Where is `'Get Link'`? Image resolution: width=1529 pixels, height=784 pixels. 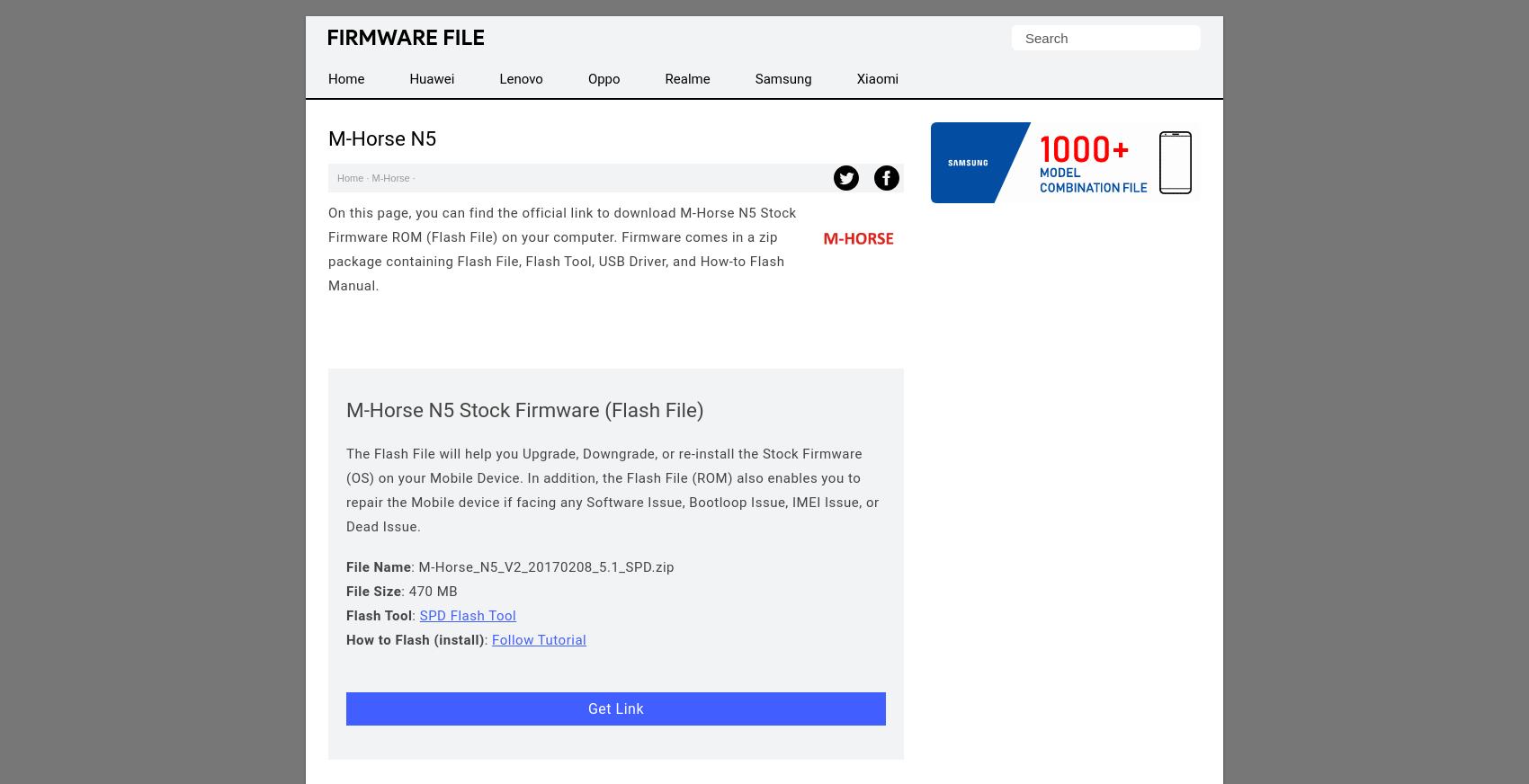 'Get Link' is located at coordinates (586, 708).